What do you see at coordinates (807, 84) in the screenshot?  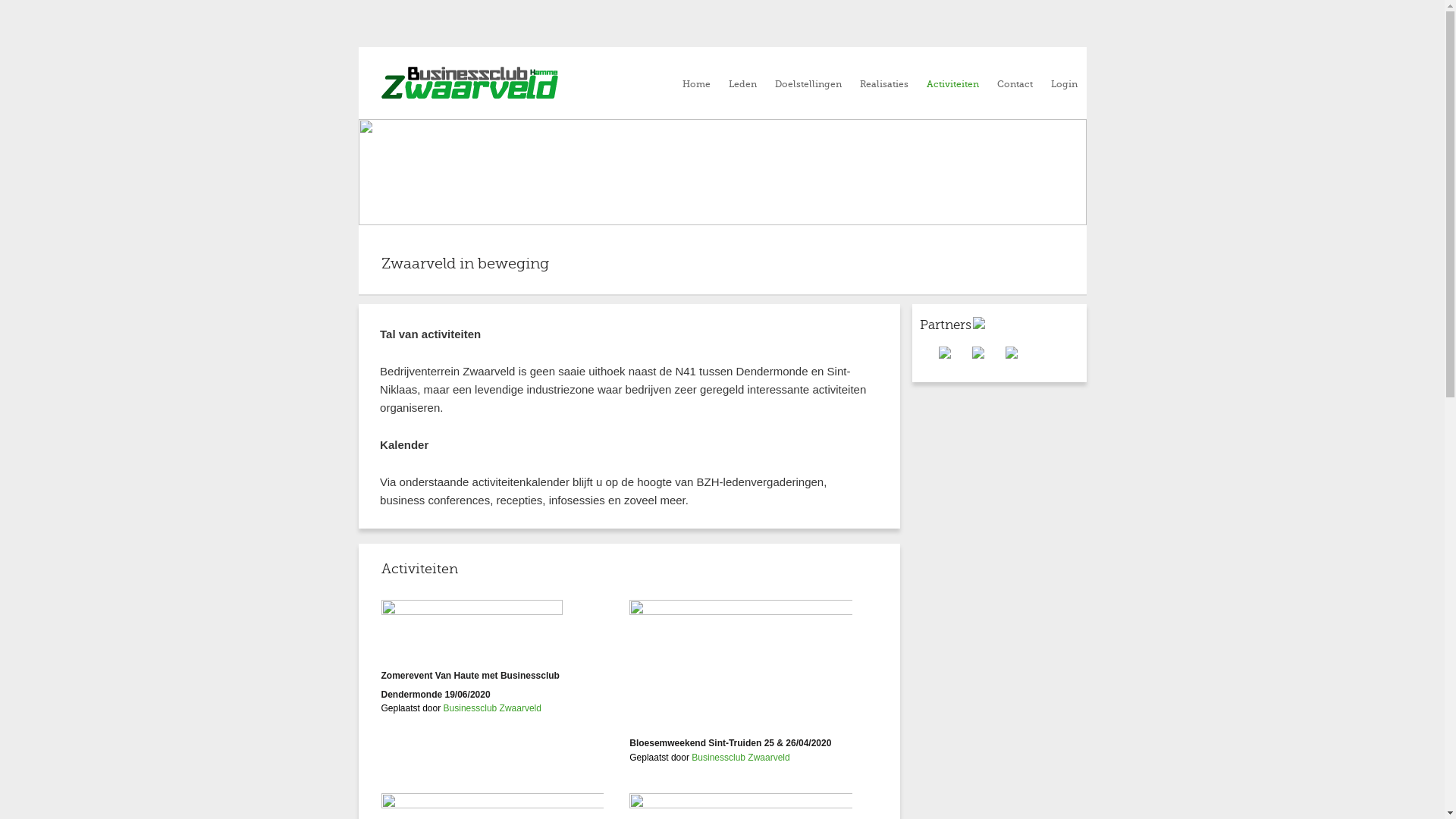 I see `'Doelstellingen'` at bounding box center [807, 84].